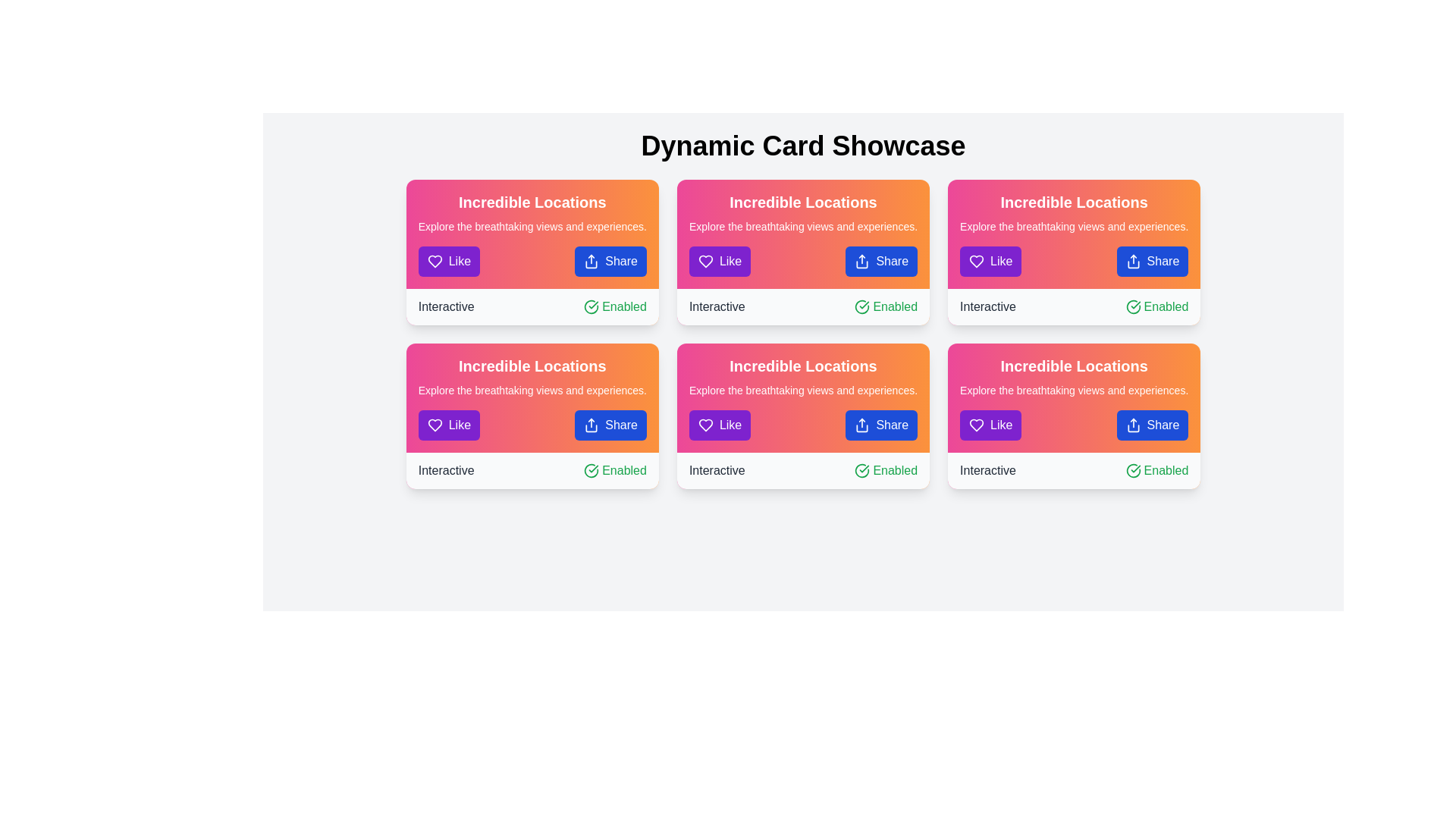 Image resolution: width=1456 pixels, height=819 pixels. Describe the element at coordinates (610, 260) in the screenshot. I see `the 'Share' button, which is the second button in a row next to the 'Like' button` at that location.